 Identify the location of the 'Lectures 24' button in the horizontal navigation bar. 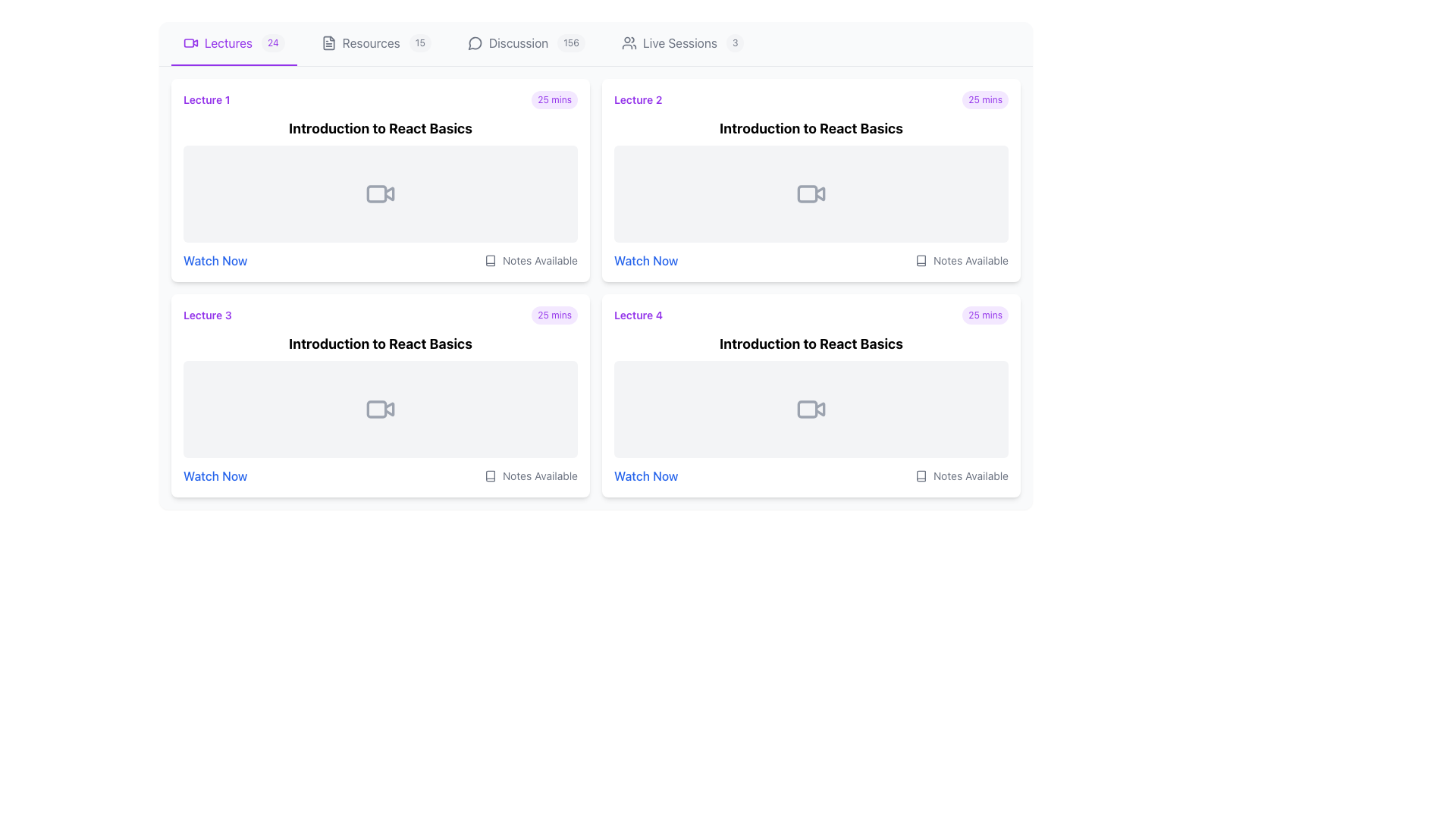
(233, 42).